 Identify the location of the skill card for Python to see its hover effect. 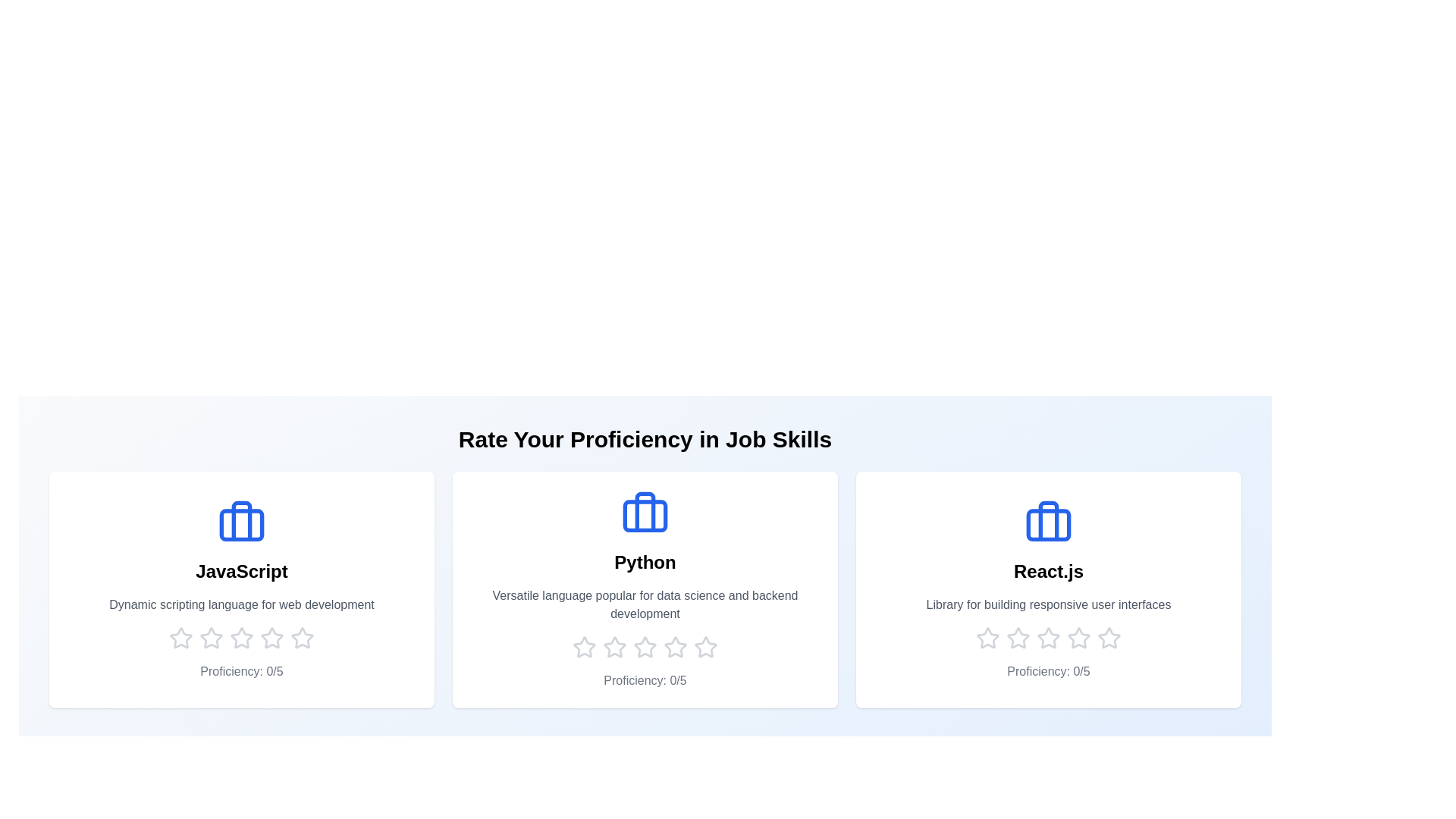
(645, 589).